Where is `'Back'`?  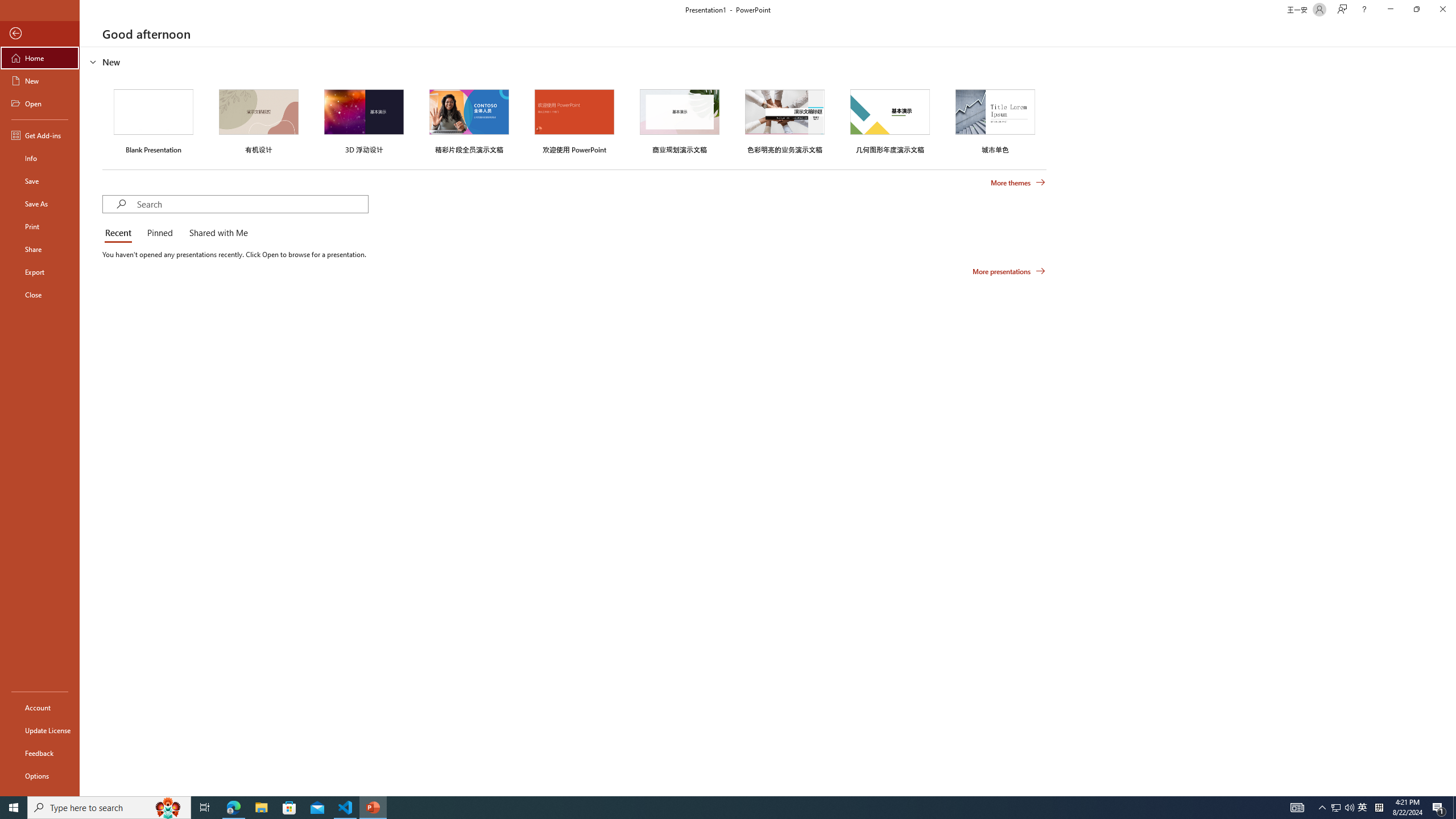 'Back' is located at coordinates (39, 33).